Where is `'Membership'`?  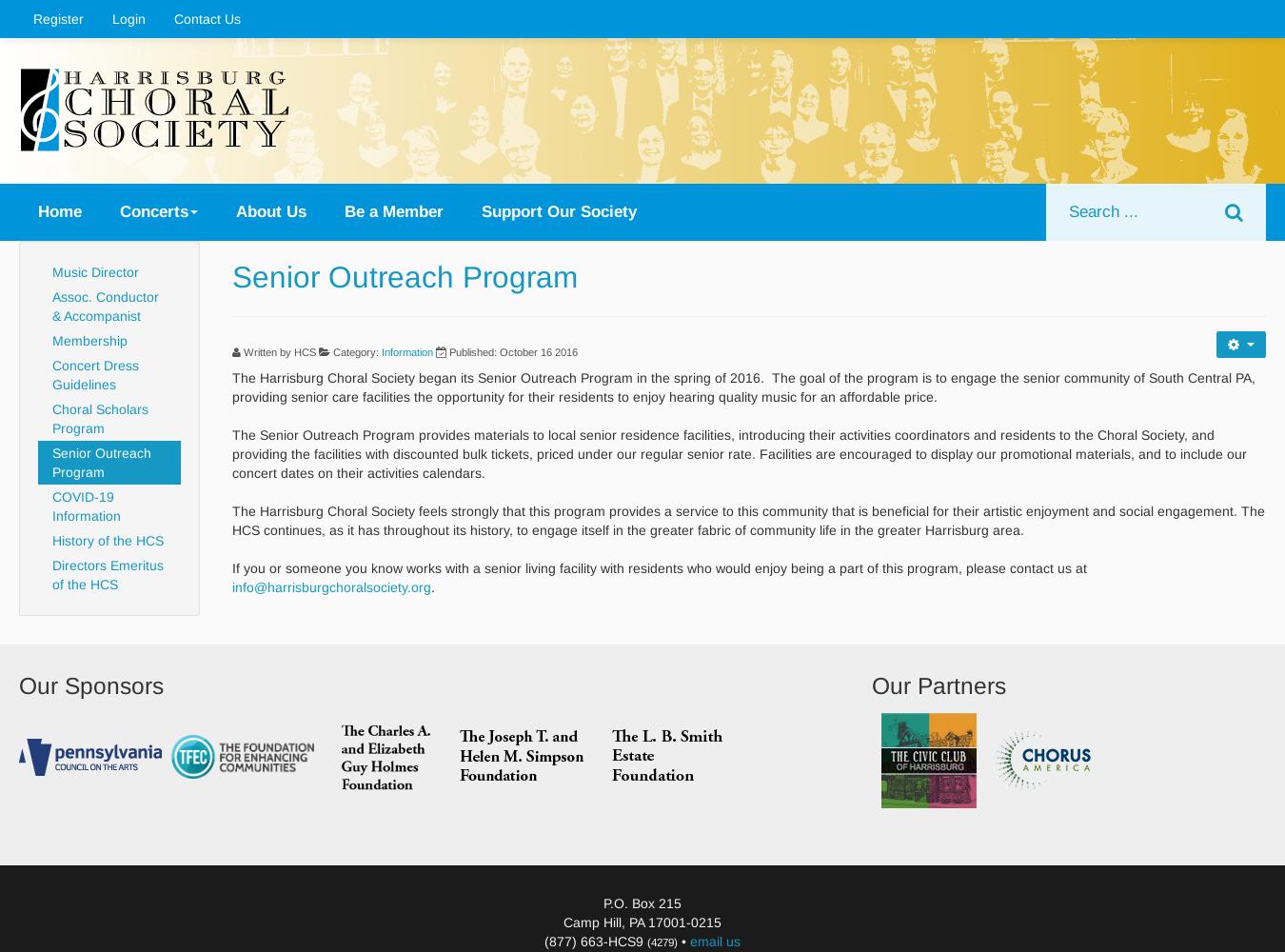 'Membership' is located at coordinates (89, 340).